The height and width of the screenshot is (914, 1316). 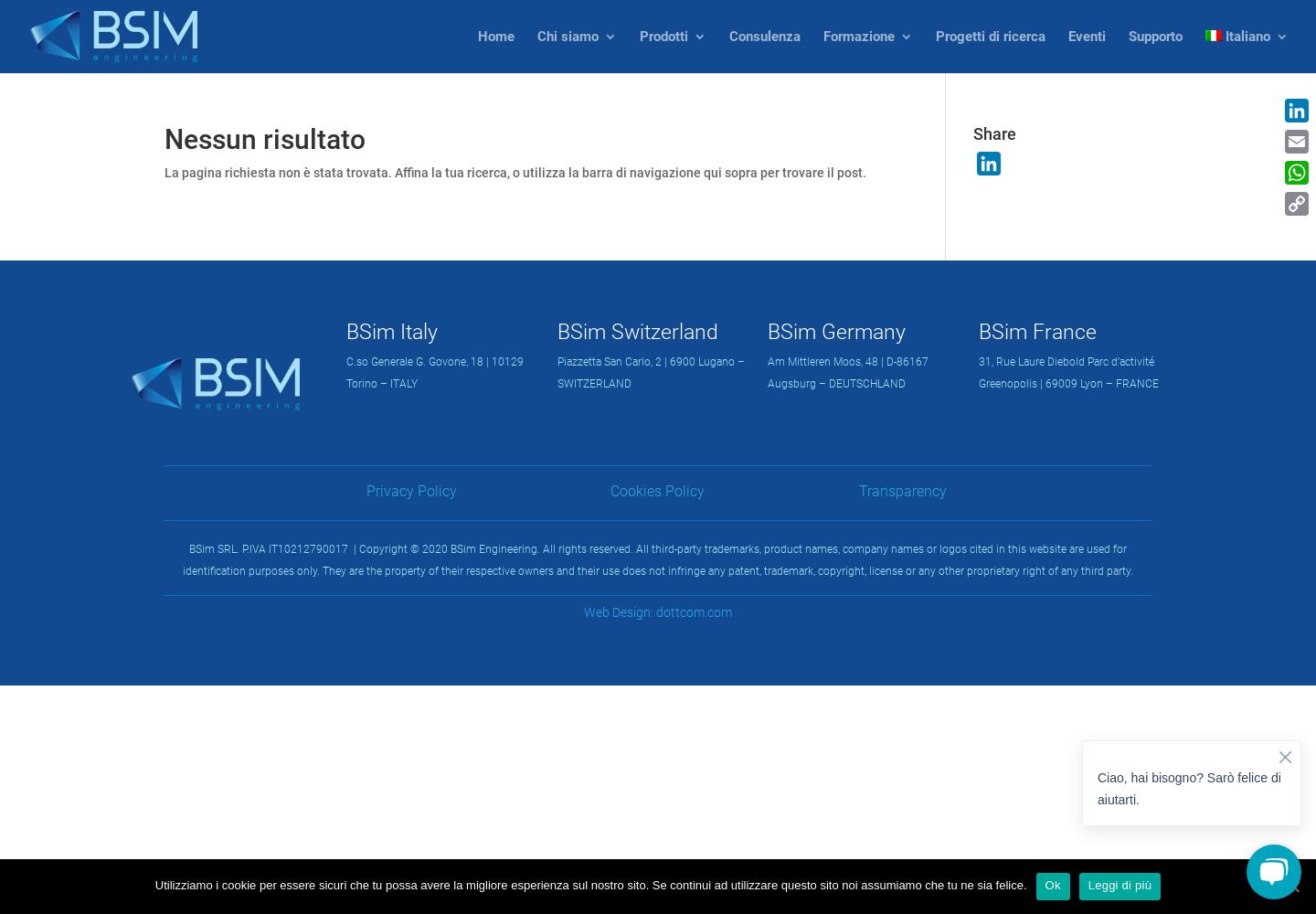 What do you see at coordinates (1288, 149) in the screenshot?
I see `'Français'` at bounding box center [1288, 149].